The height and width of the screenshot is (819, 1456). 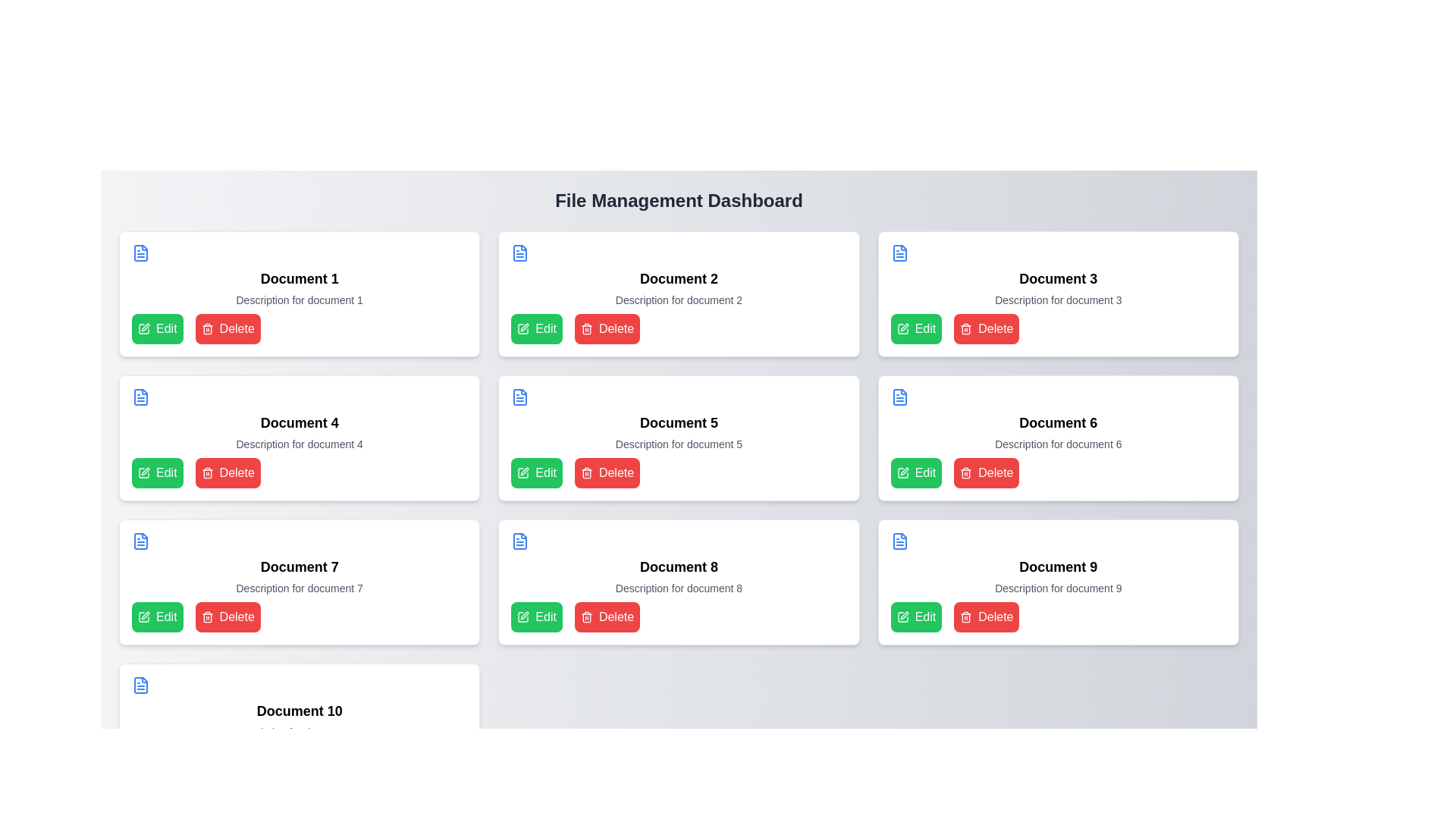 What do you see at coordinates (144, 472) in the screenshot?
I see `the 'Edit' button for 'Document 4' which contains a green and white icon resembling a pen or pencil` at bounding box center [144, 472].